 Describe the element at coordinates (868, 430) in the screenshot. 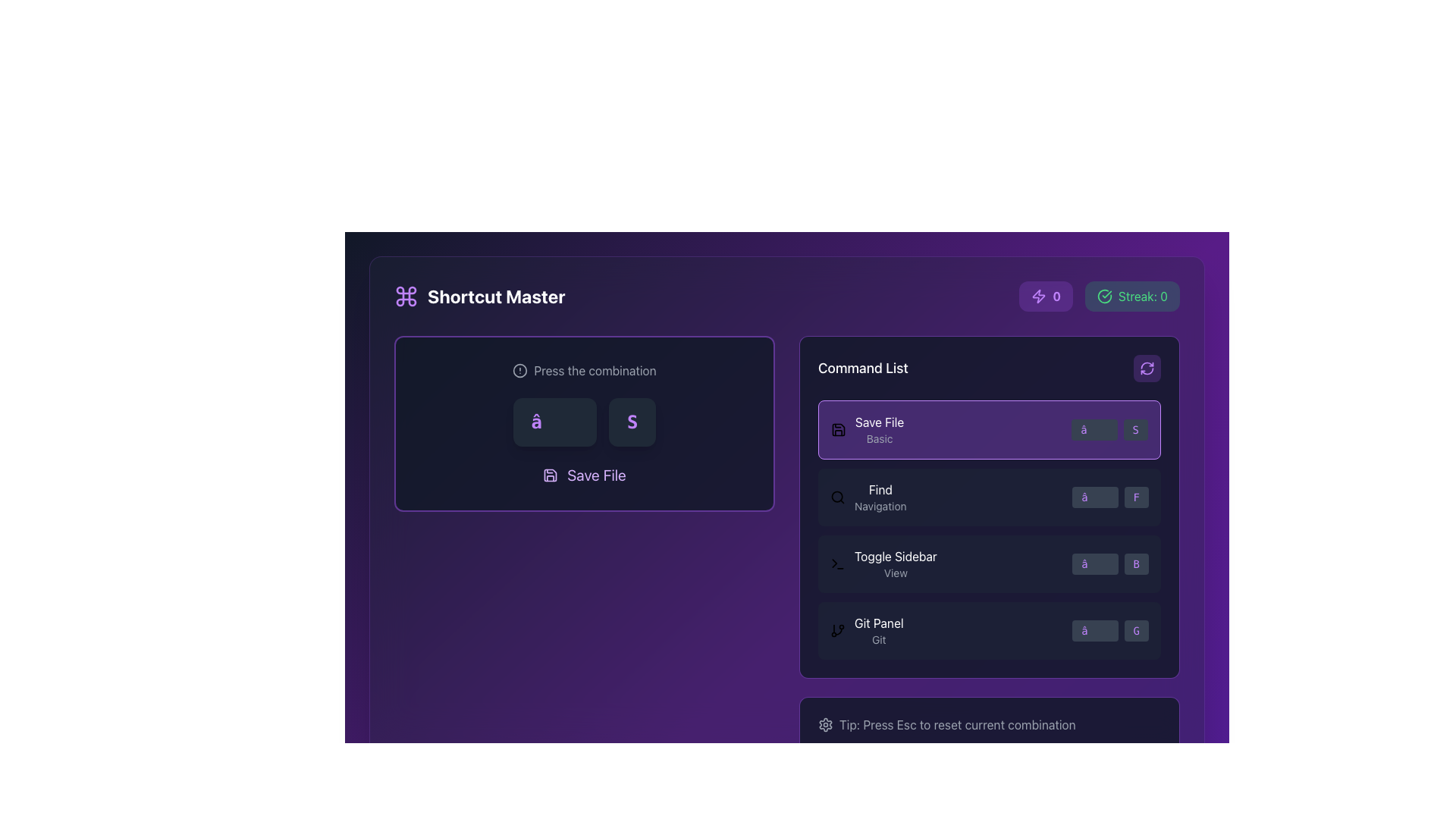

I see `the 'Save File' button element, which features an icon resembling a floppy disk and the text 'Save File' in white, located in the 'Command List' section` at that location.